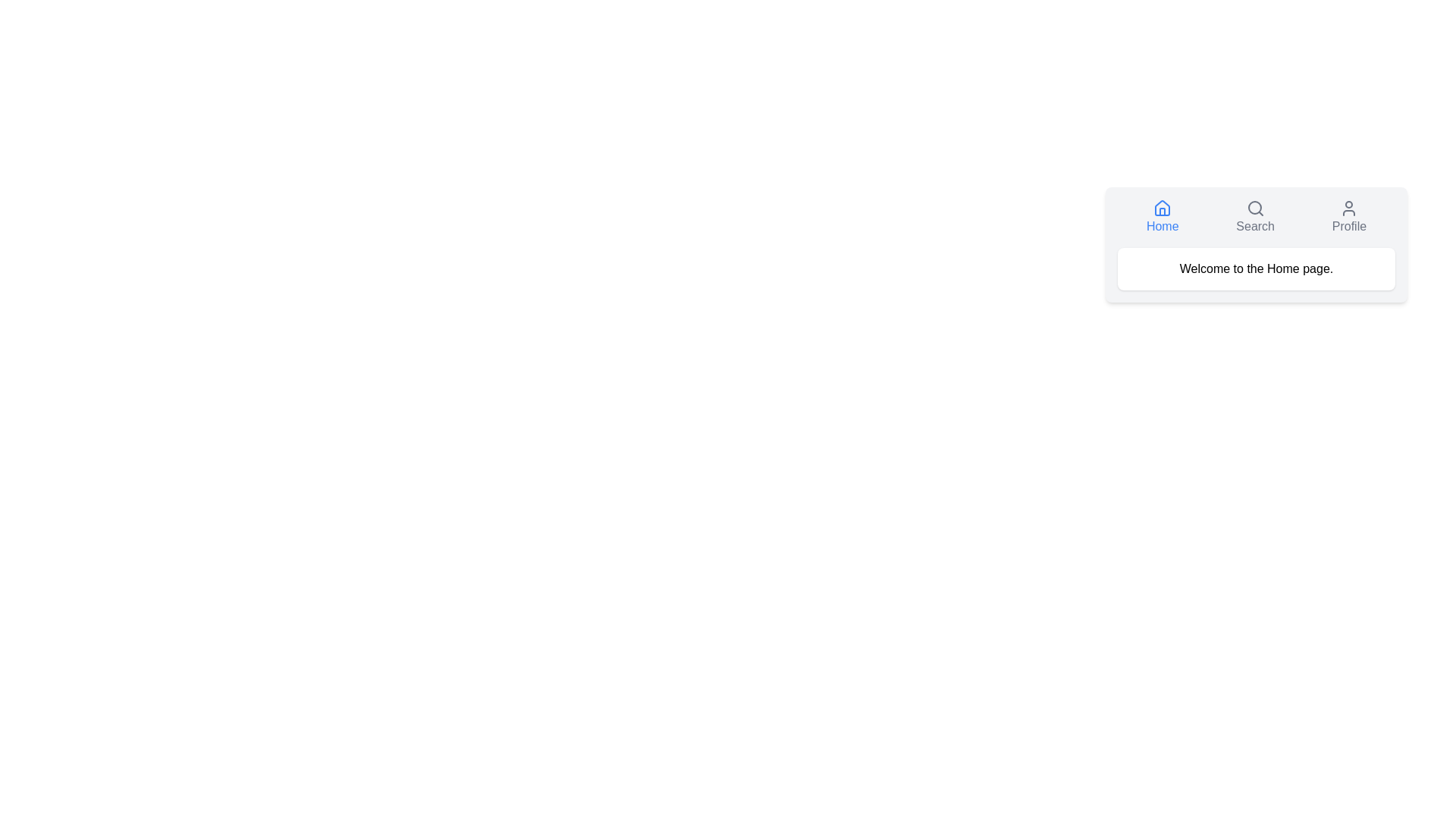 The image size is (1456, 819). What do you see at coordinates (1349, 217) in the screenshot?
I see `the 'Profile' button-like navigation link, which consists of a user icon and the text label 'Profile'` at bounding box center [1349, 217].